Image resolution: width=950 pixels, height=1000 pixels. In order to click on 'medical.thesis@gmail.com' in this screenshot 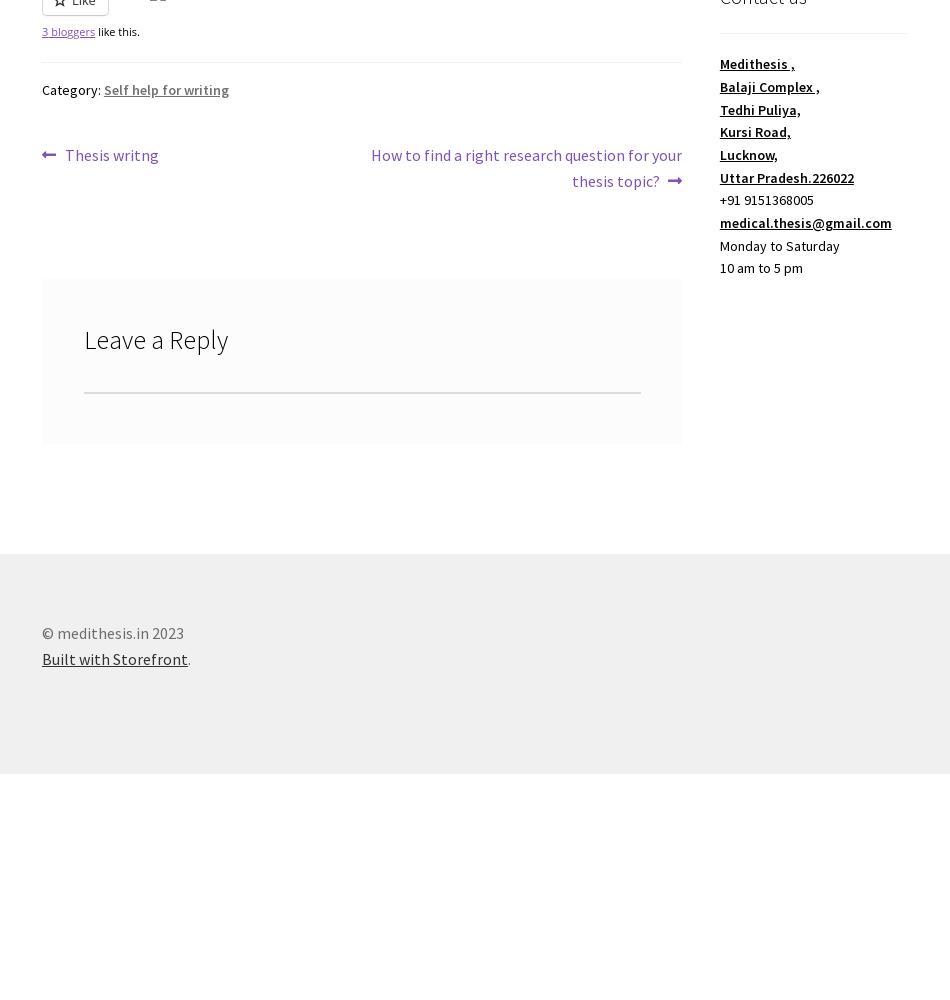, I will do `click(804, 221)`.